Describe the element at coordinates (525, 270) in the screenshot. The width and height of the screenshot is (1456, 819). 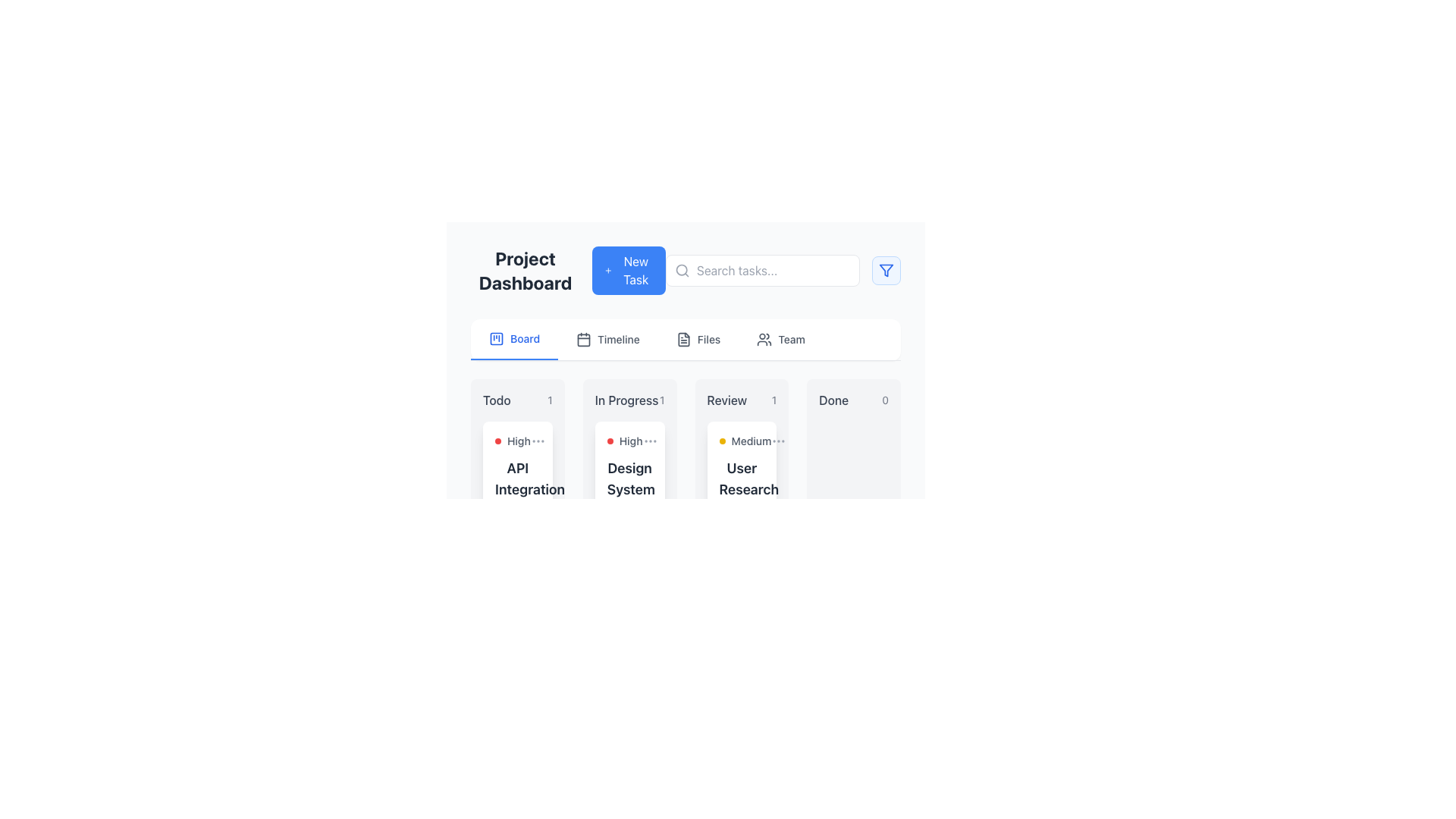
I see `the 'Project Dashboard' text label, which is a bold and large grayish-black header positioned at the top-left of the interface, preceding the 'New Task' button` at that location.